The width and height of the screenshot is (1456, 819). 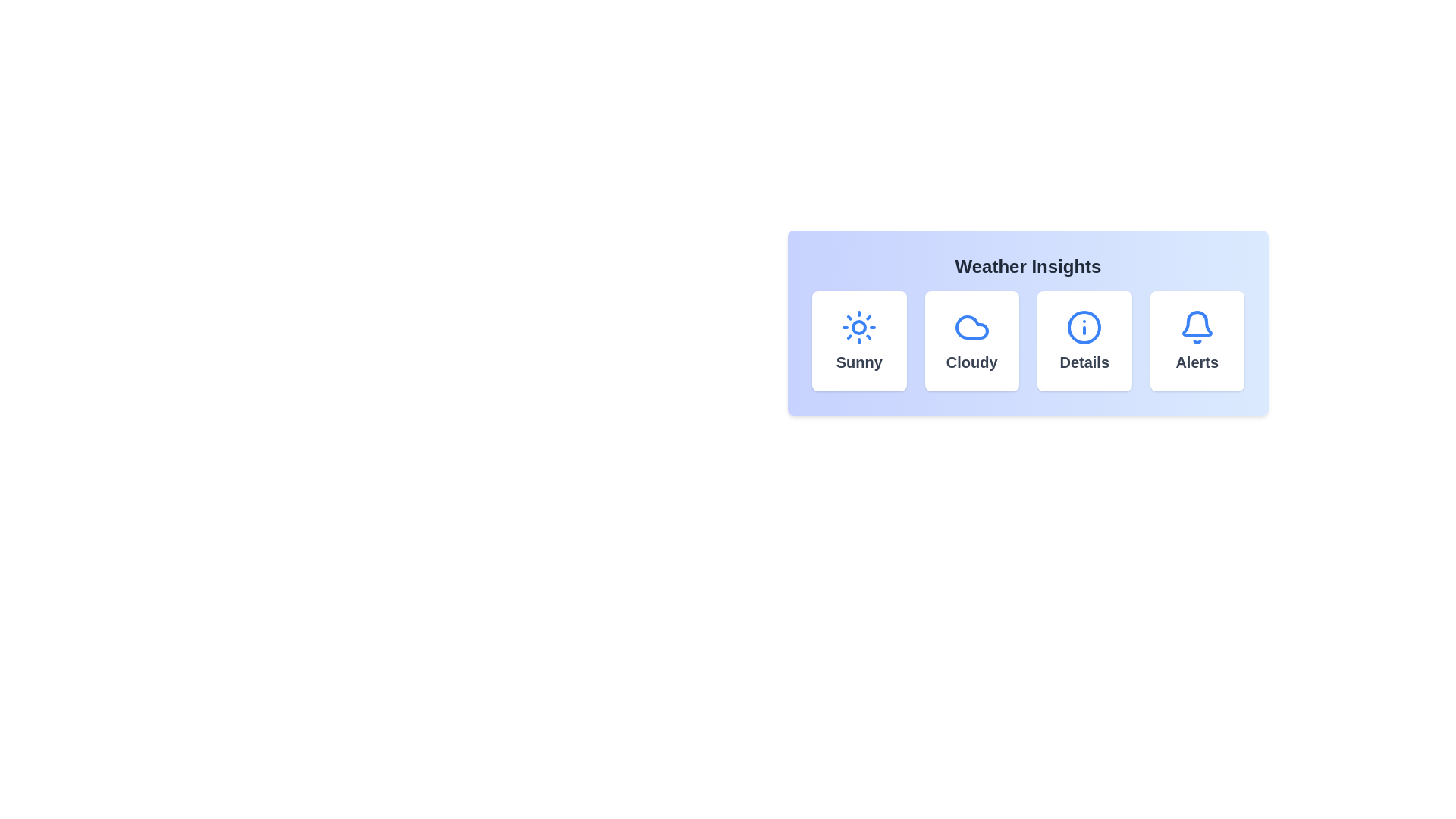 What do you see at coordinates (1196, 341) in the screenshot?
I see `the 'Alerts' button-like card, which is a white rectangular card with a blue bell icon and bold text, located in the 'Weather Insights' section` at bounding box center [1196, 341].